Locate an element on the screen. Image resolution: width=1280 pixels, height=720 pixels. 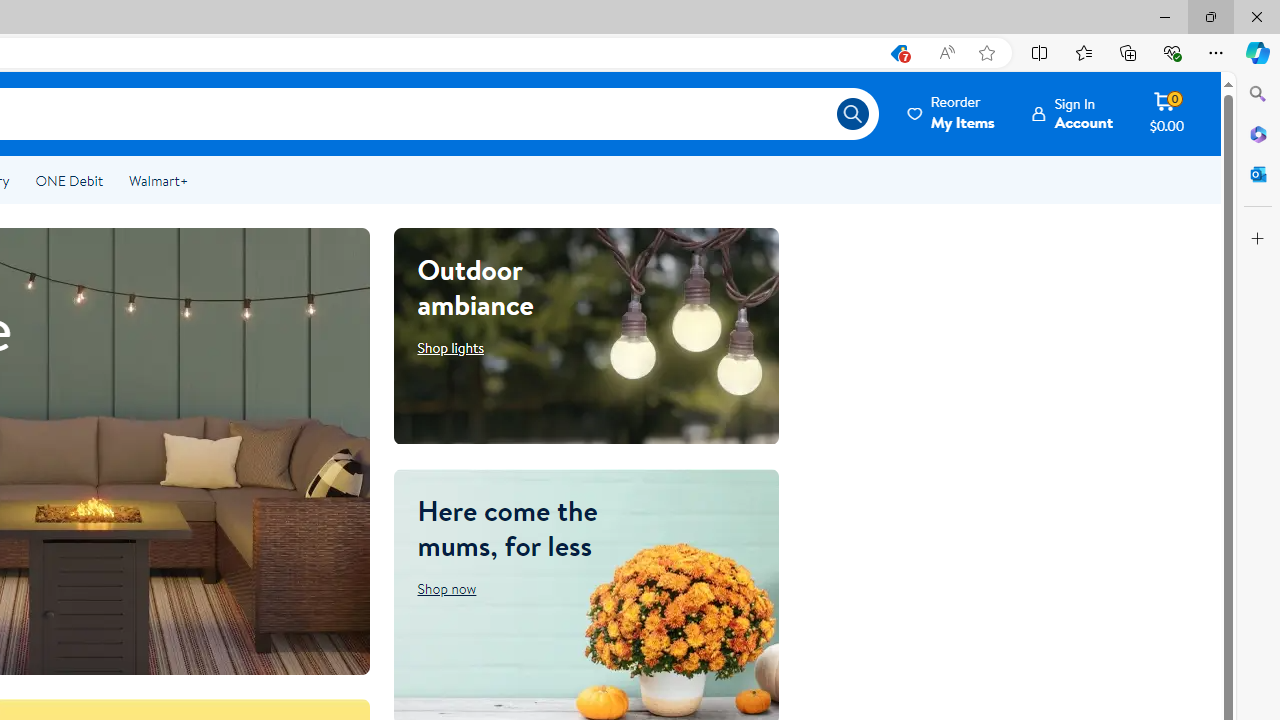
'Reorder My Items' is located at coordinates (951, 113).